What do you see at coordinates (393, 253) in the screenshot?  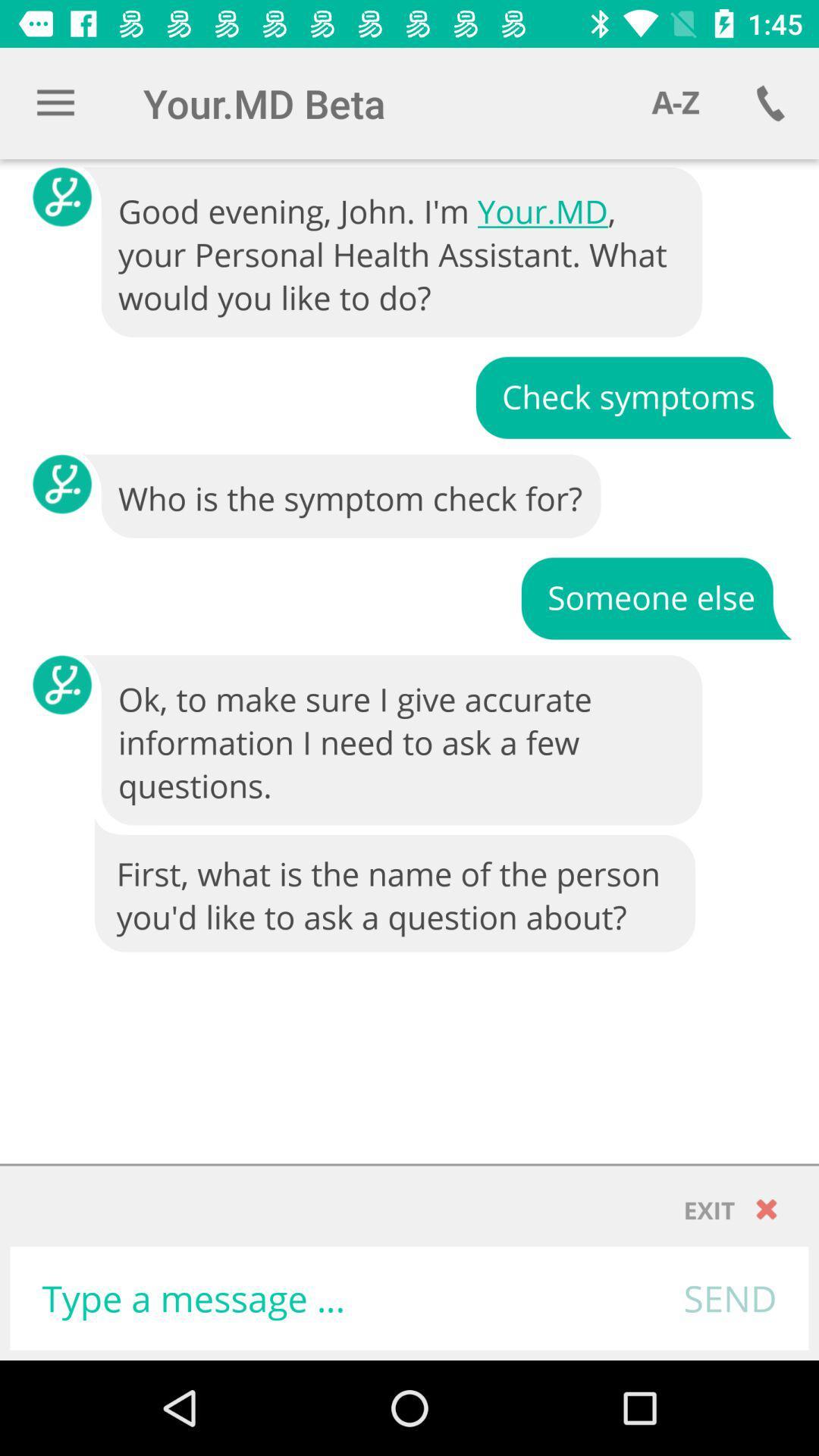 I see `good evening john` at bounding box center [393, 253].